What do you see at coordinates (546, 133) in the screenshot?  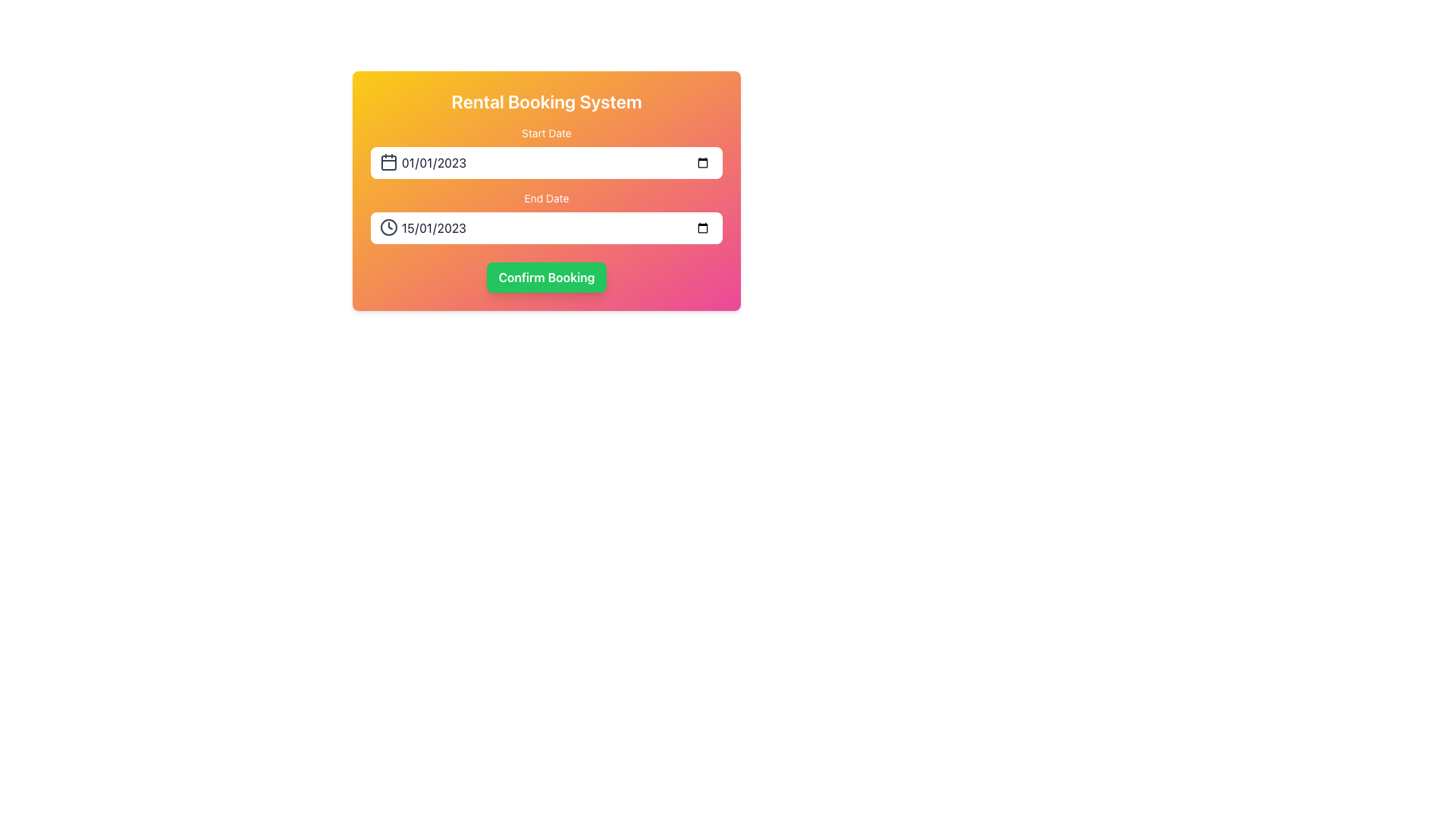 I see `the text label that indicates the purpose of the input for selecting the start date, located above the first date input field in the center of the form layout` at bounding box center [546, 133].